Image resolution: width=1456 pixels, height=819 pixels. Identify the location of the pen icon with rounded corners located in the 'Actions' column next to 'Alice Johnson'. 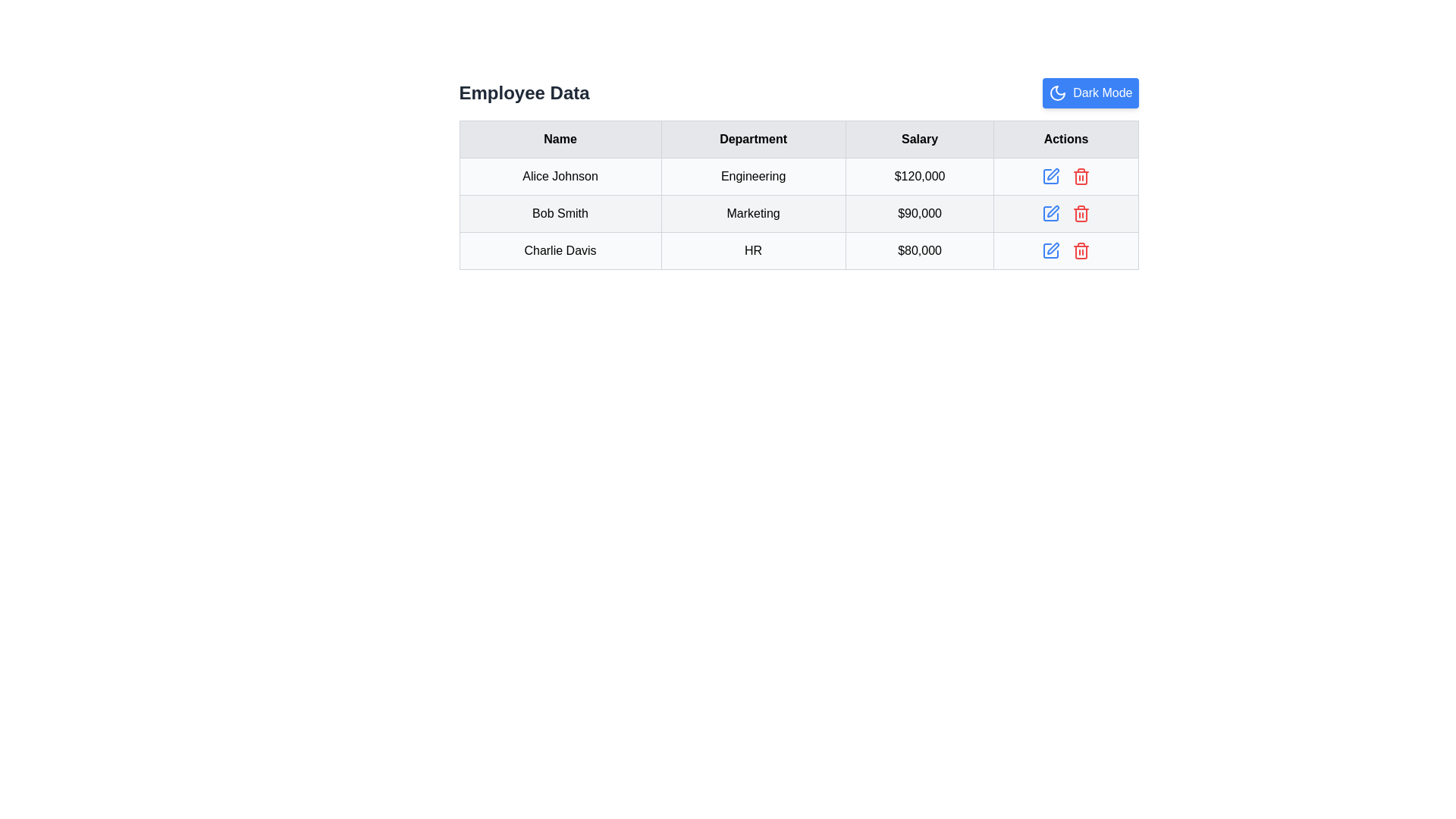
(1050, 175).